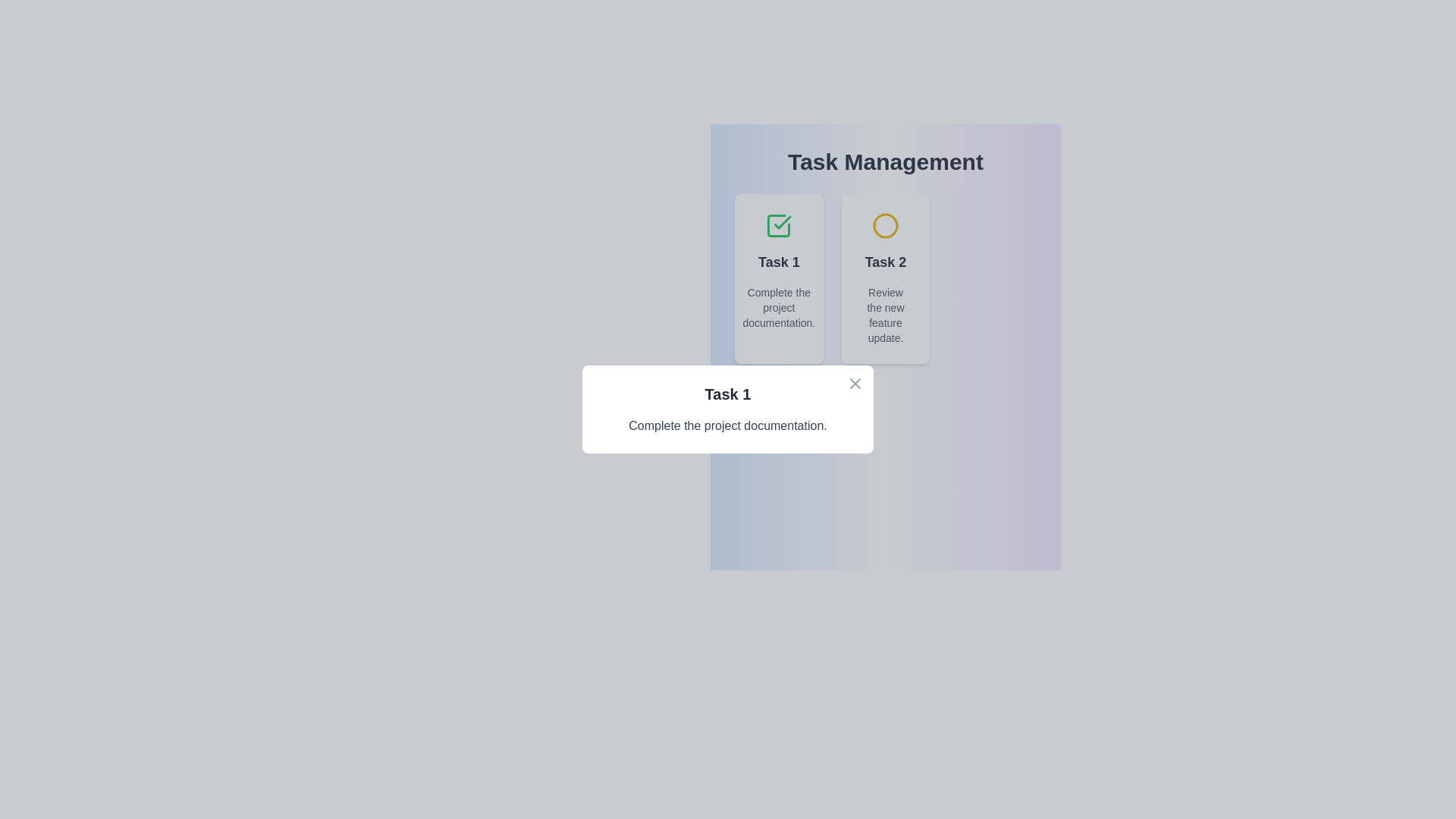 This screenshot has width=1456, height=819. What do you see at coordinates (855, 382) in the screenshot?
I see `the Close button icon located in the top-right corner of the modal window` at bounding box center [855, 382].